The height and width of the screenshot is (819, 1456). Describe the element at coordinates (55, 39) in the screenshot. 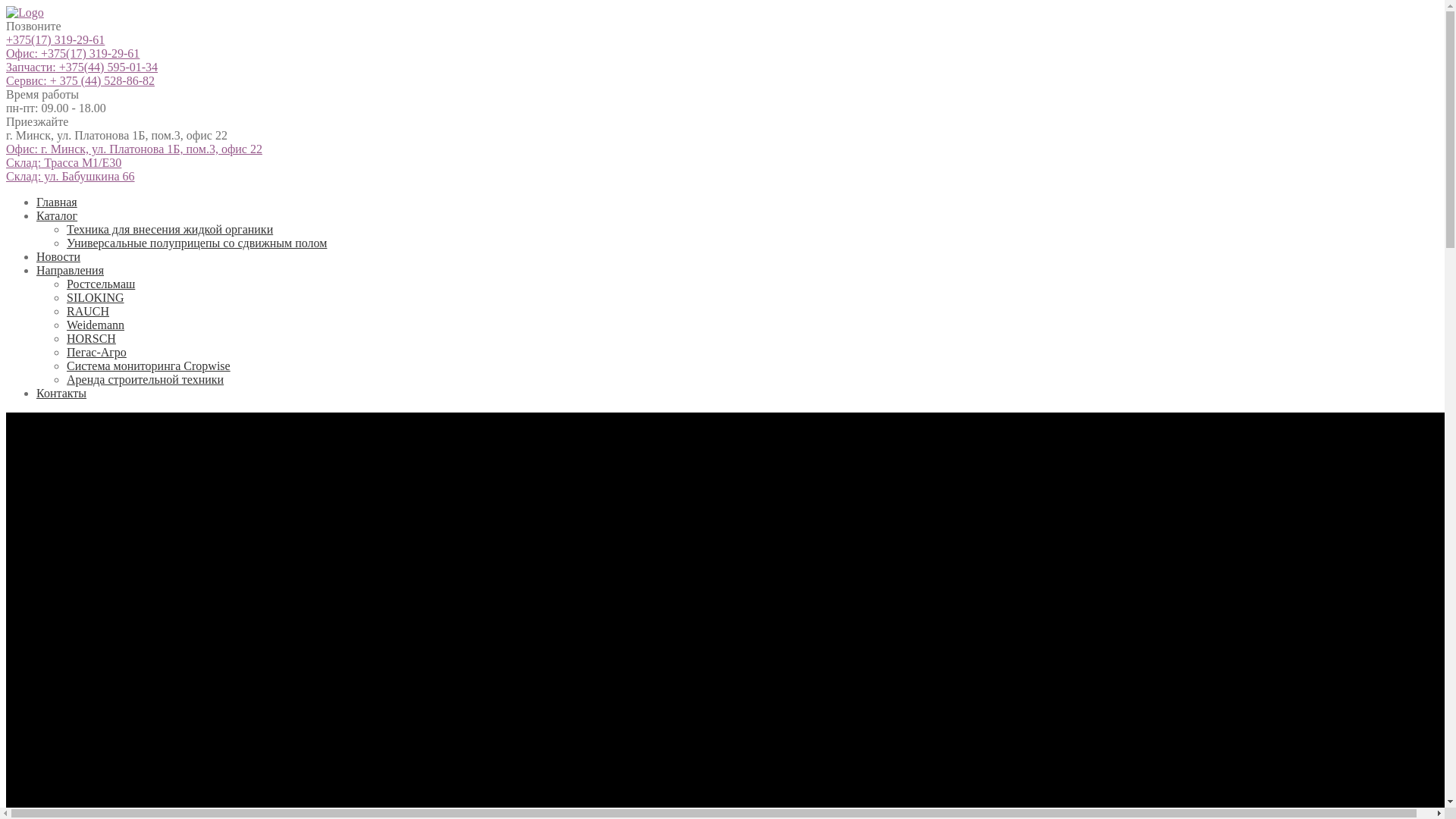

I see `'+375(17) 319-29-61'` at that location.